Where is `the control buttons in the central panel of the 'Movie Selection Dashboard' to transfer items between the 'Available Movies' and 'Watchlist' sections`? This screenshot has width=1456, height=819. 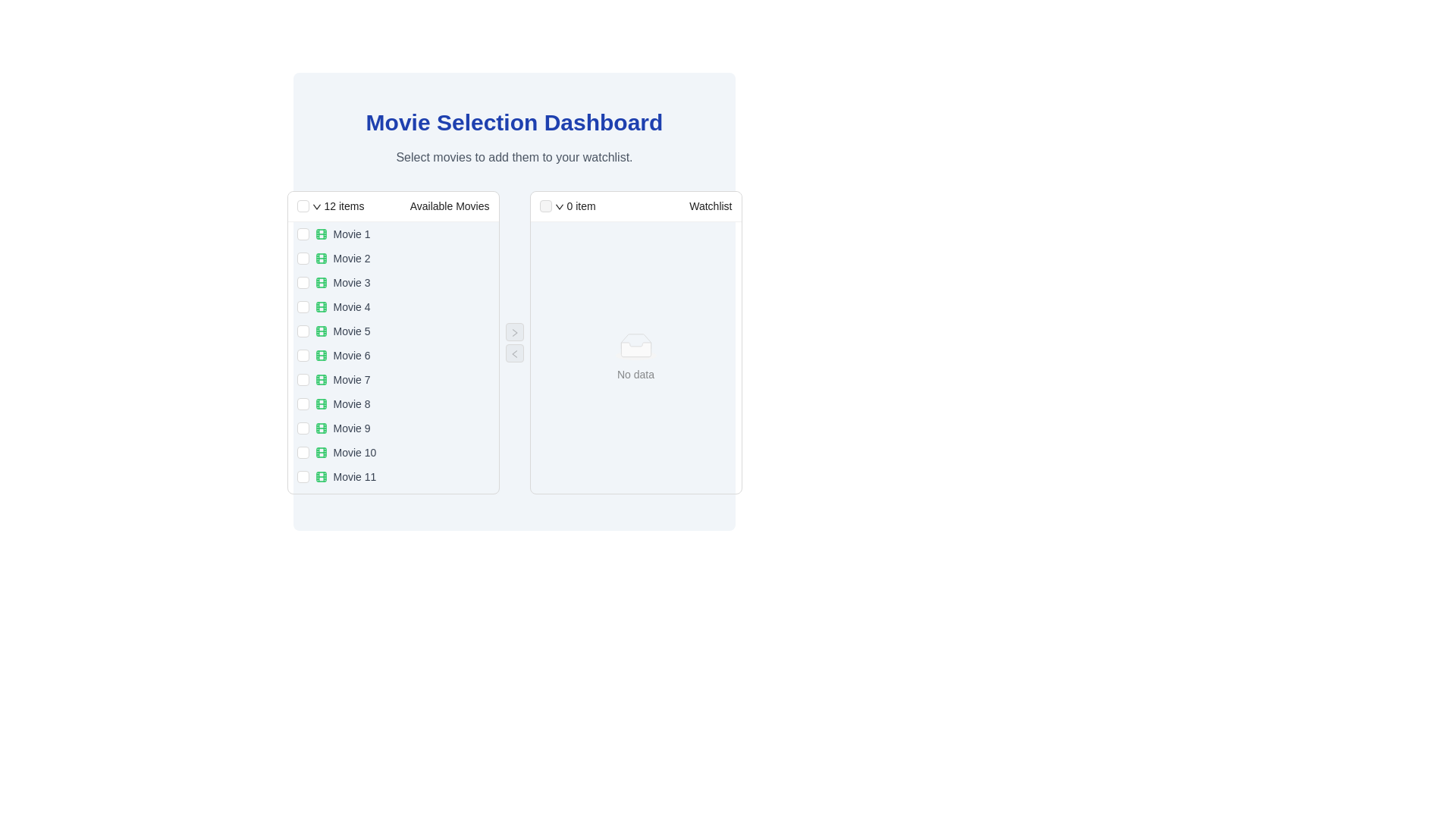
the control buttons in the central panel of the 'Movie Selection Dashboard' to transfer items between the 'Available Movies' and 'Watchlist' sections is located at coordinates (514, 342).